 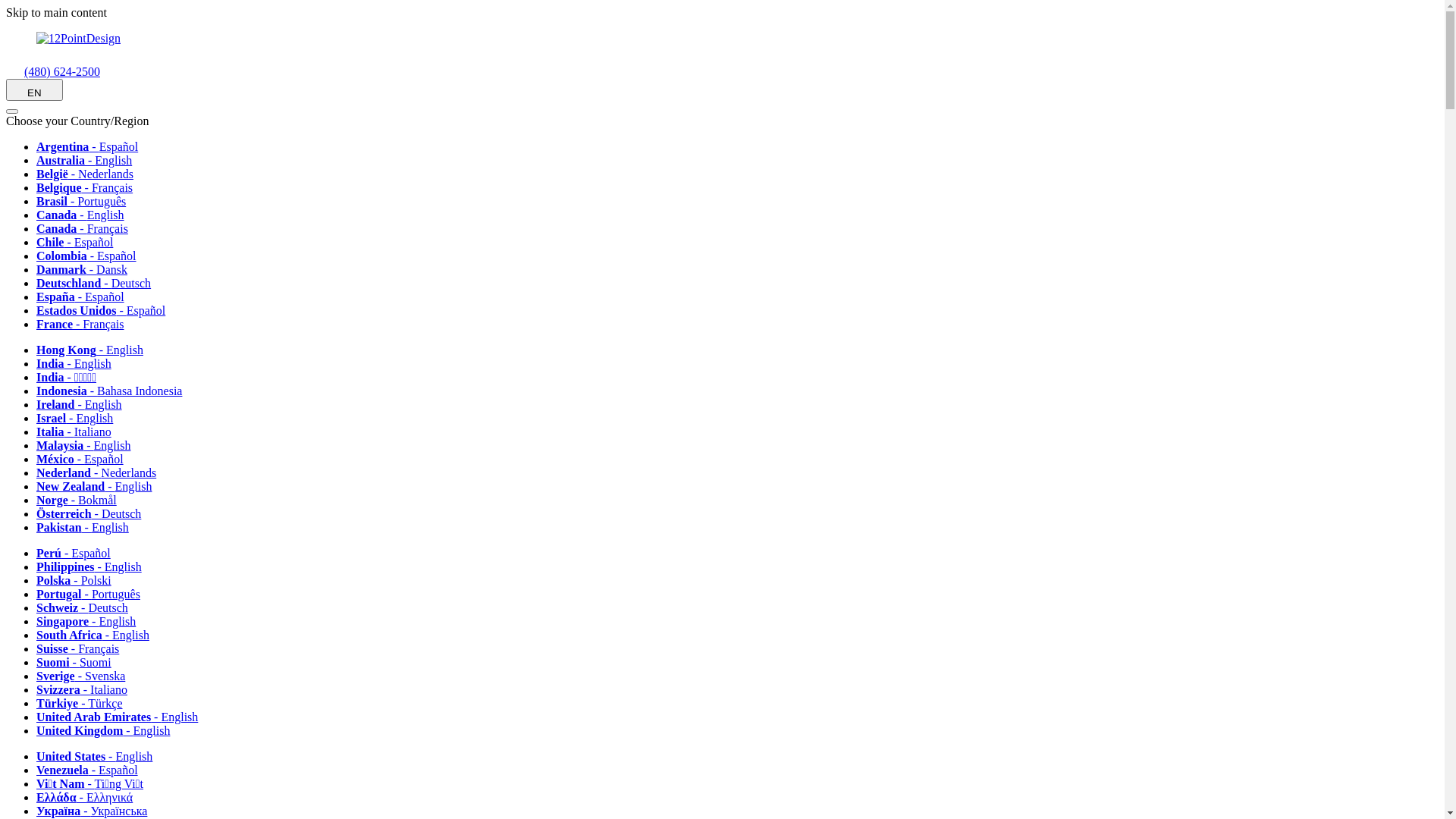 What do you see at coordinates (99, 756) in the screenshot?
I see `'United States - English'` at bounding box center [99, 756].